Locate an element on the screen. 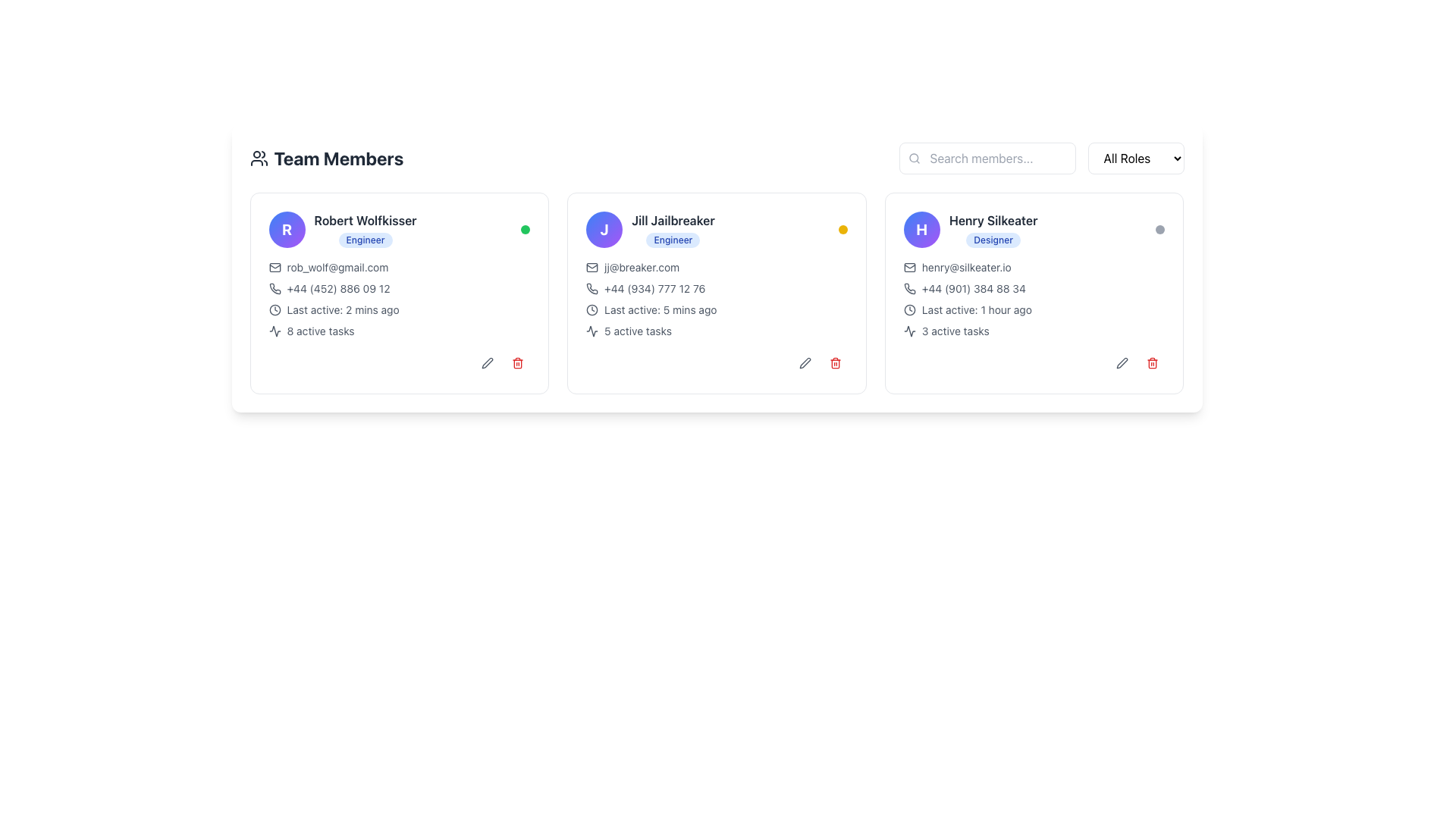 This screenshot has width=1456, height=819. the design of the phone icon located to the left of the contact phone number '+44 (452) 886 09 12' in the personal contact section for 'Robert Wolfkisser' is located at coordinates (275, 289).